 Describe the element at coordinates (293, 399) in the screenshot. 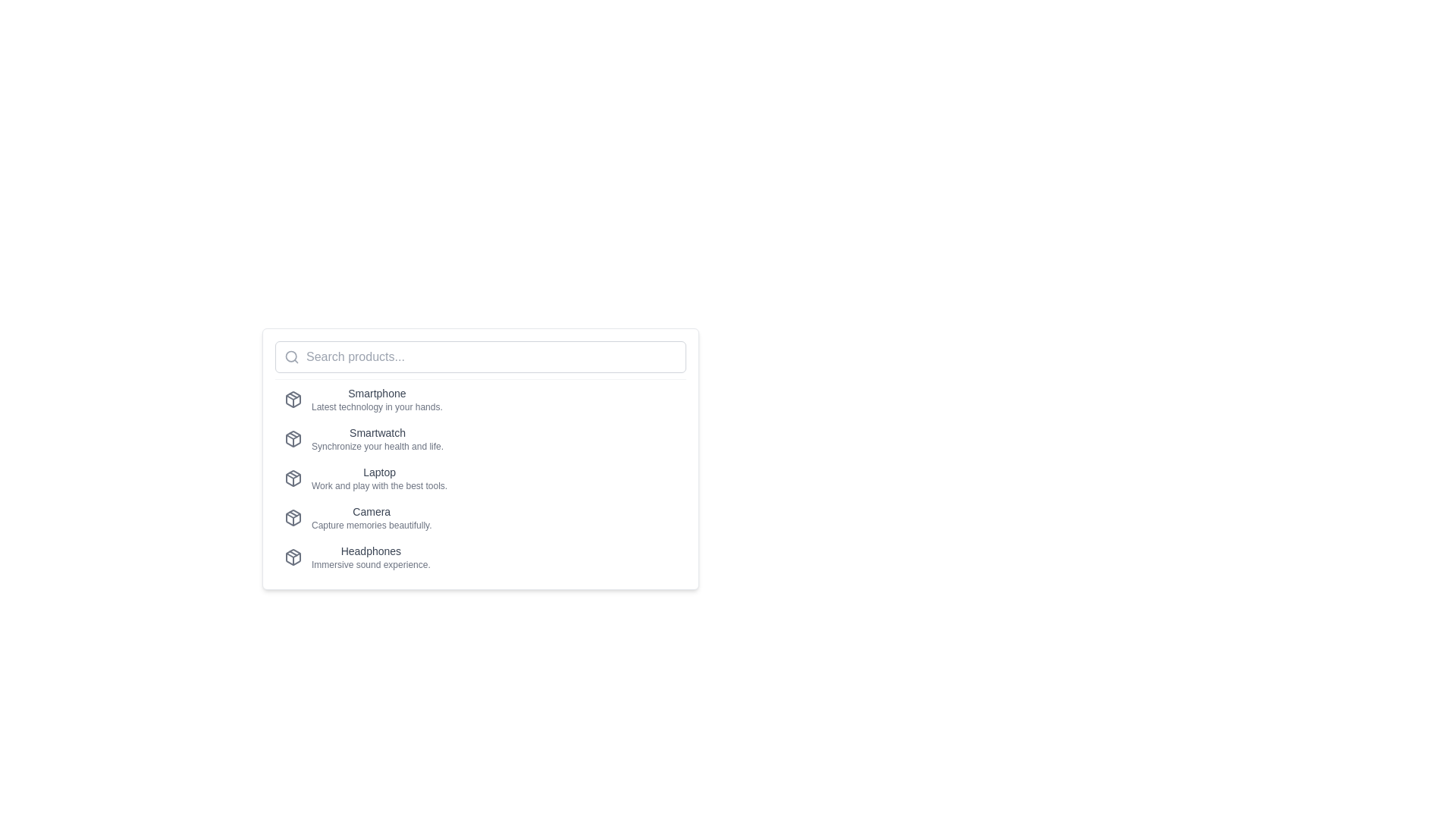

I see `the symmetrical box icon located to the left of the 'Smartphone' text label in the vertical list of items` at that location.